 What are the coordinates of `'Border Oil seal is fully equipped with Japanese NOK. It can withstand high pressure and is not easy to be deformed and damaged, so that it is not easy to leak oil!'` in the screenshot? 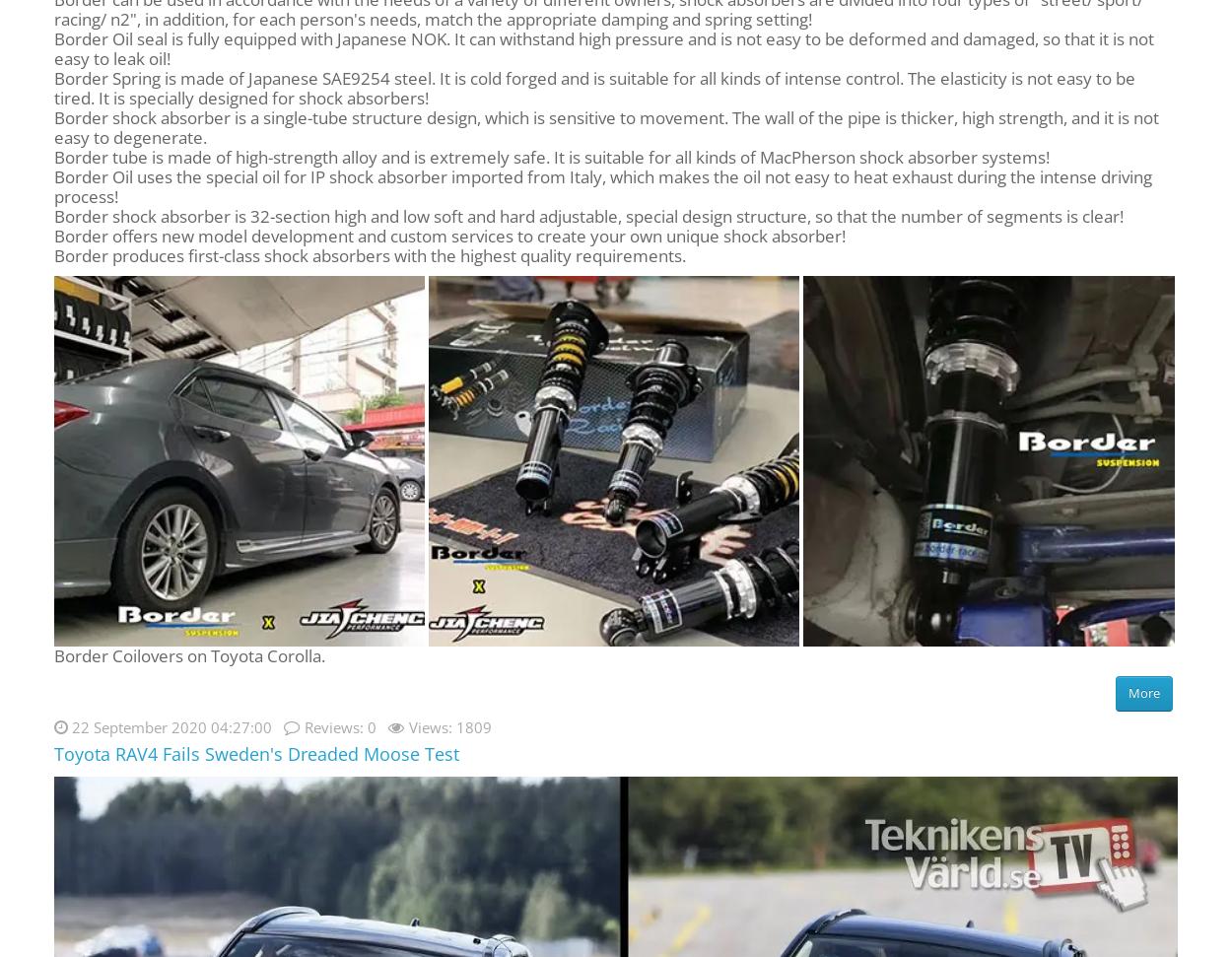 It's located at (603, 47).